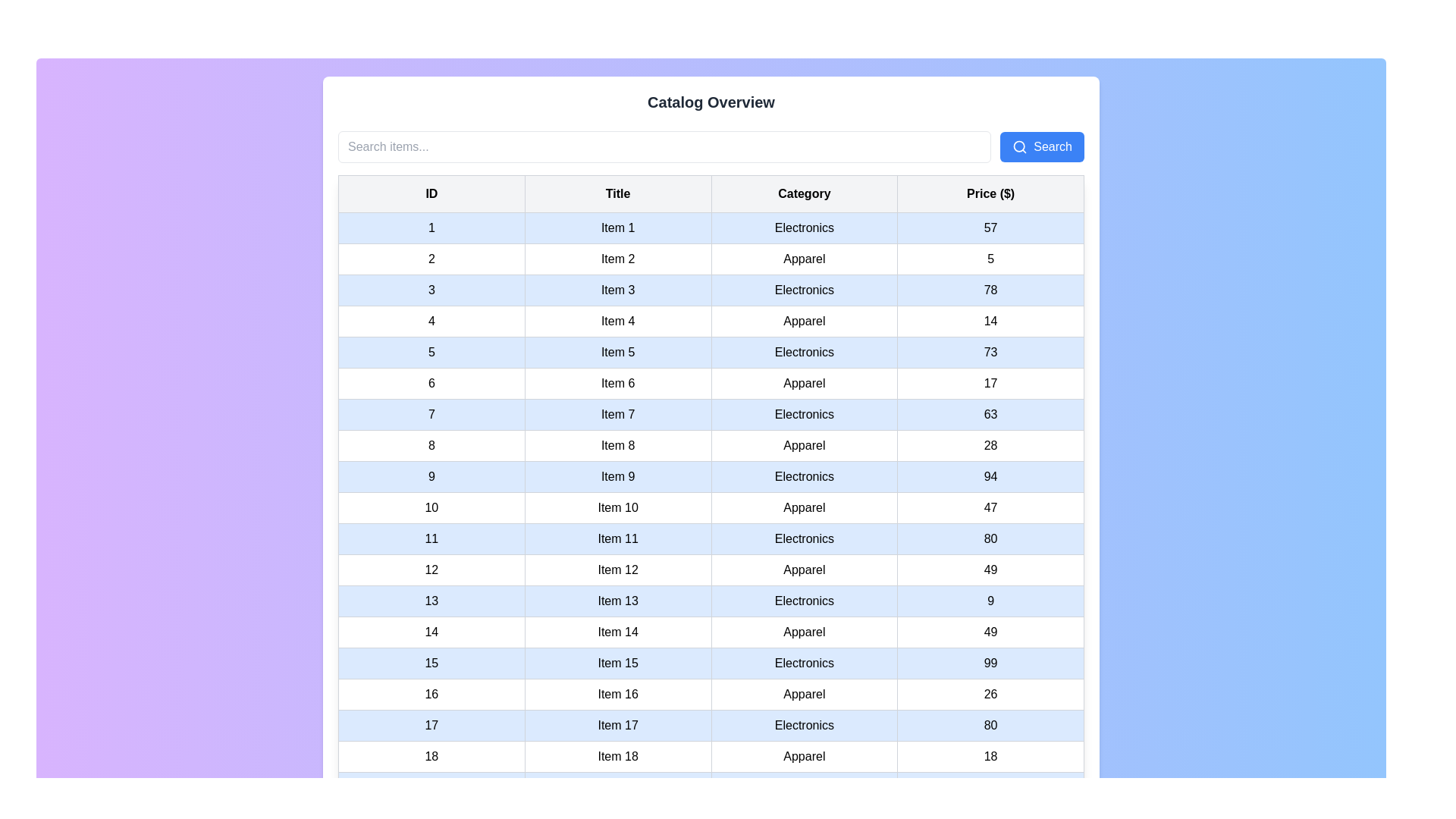 This screenshot has height=819, width=1456. Describe the element at coordinates (803, 632) in the screenshot. I see `the table cell in the third column labeled 'Category' that contains the text 'Apparel' for 'Item 14'` at that location.